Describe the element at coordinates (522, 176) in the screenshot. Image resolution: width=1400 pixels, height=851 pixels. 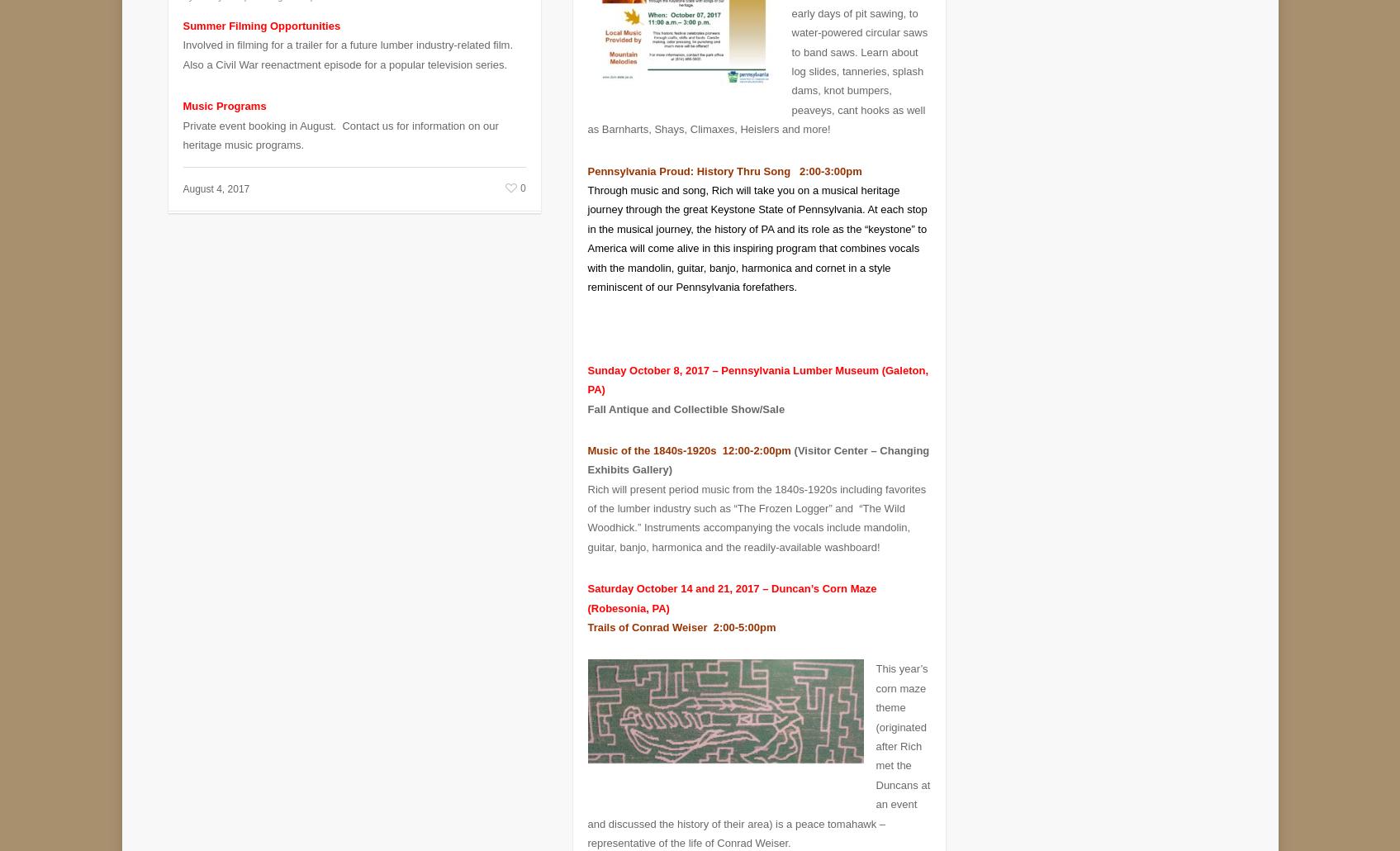
I see `'0'` at that location.